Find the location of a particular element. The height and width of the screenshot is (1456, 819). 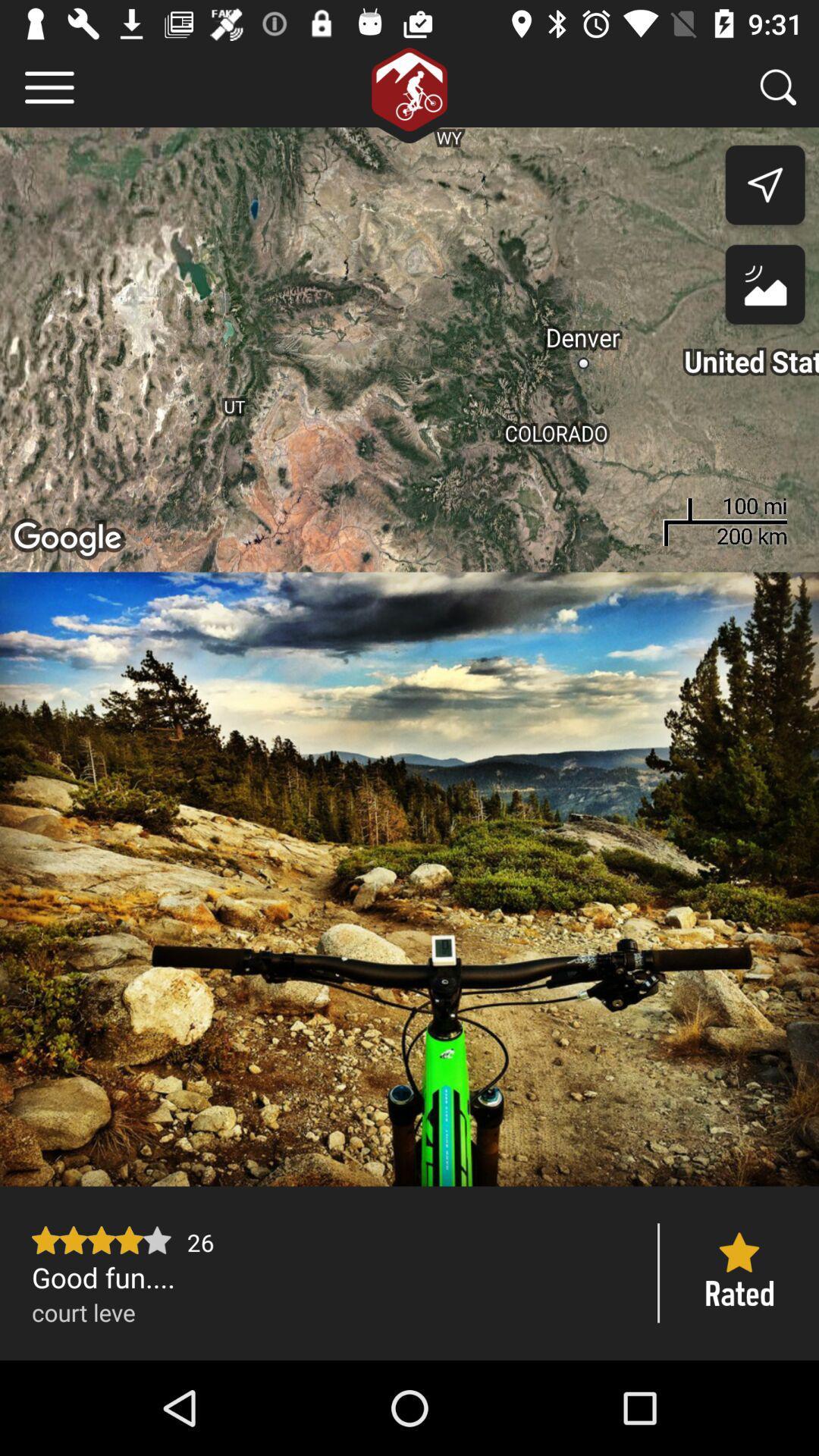

change location is located at coordinates (765, 288).